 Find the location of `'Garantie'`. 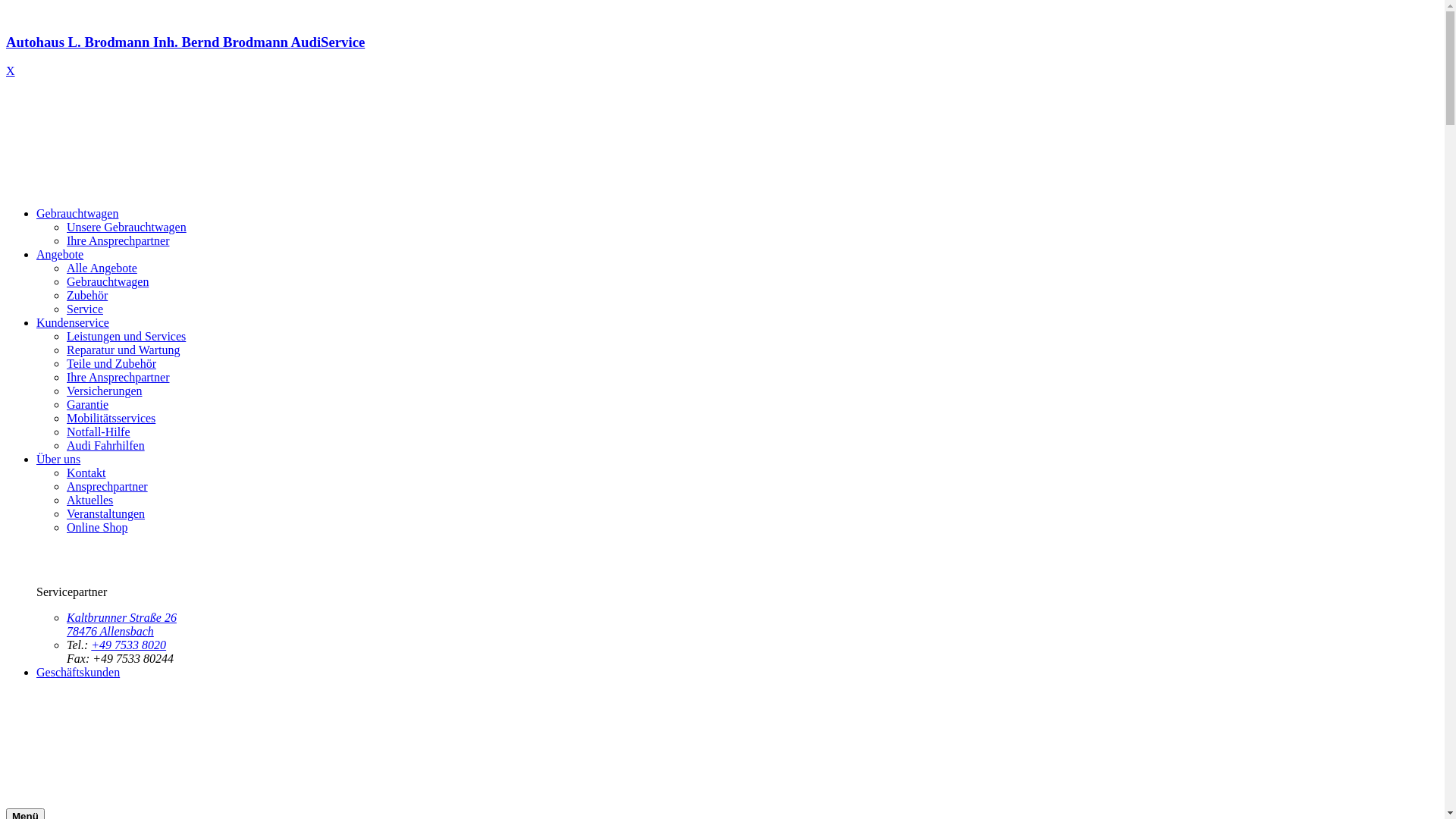

'Garantie' is located at coordinates (65, 403).